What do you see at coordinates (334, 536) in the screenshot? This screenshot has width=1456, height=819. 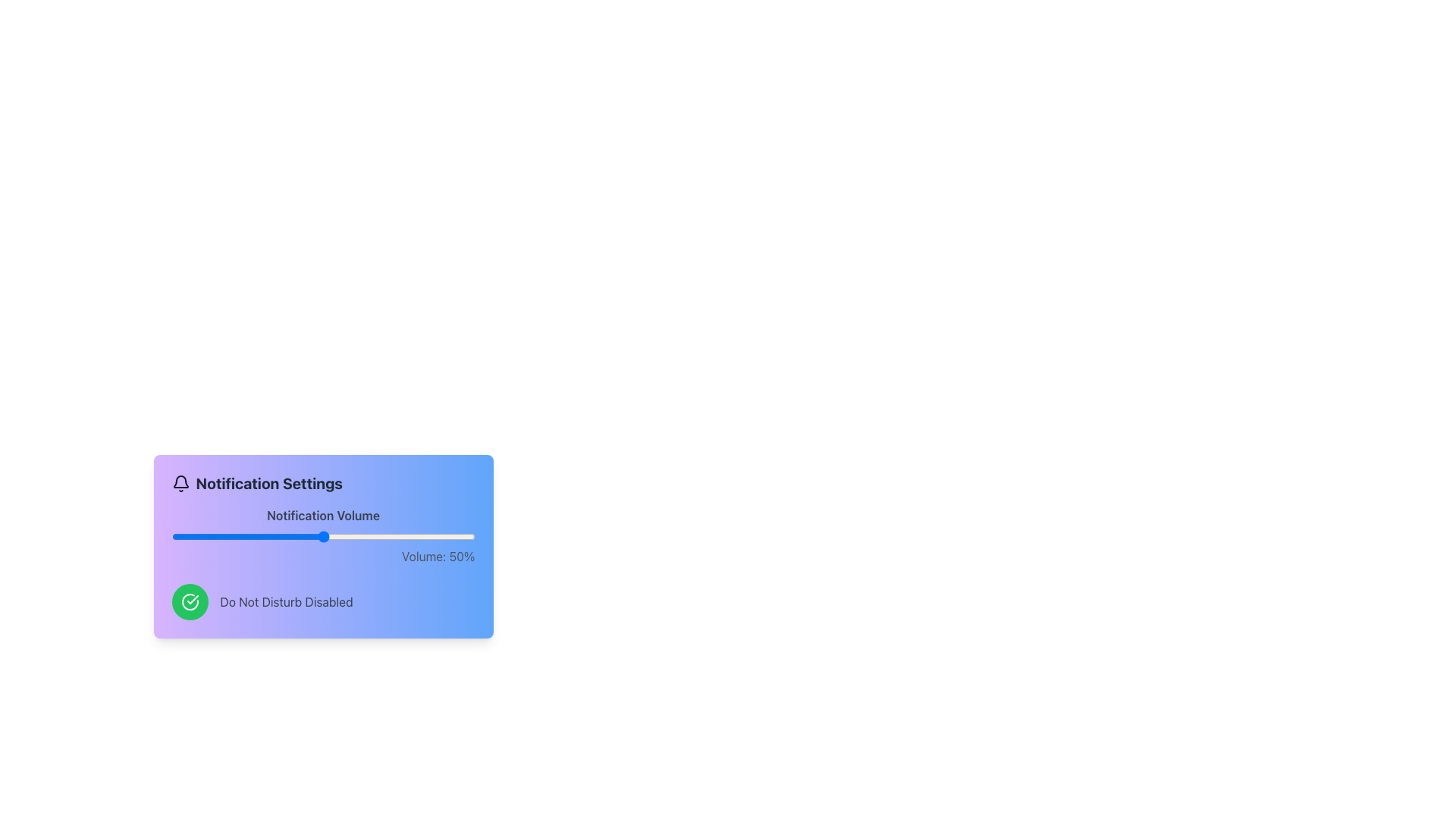 I see `notification volume` at bounding box center [334, 536].